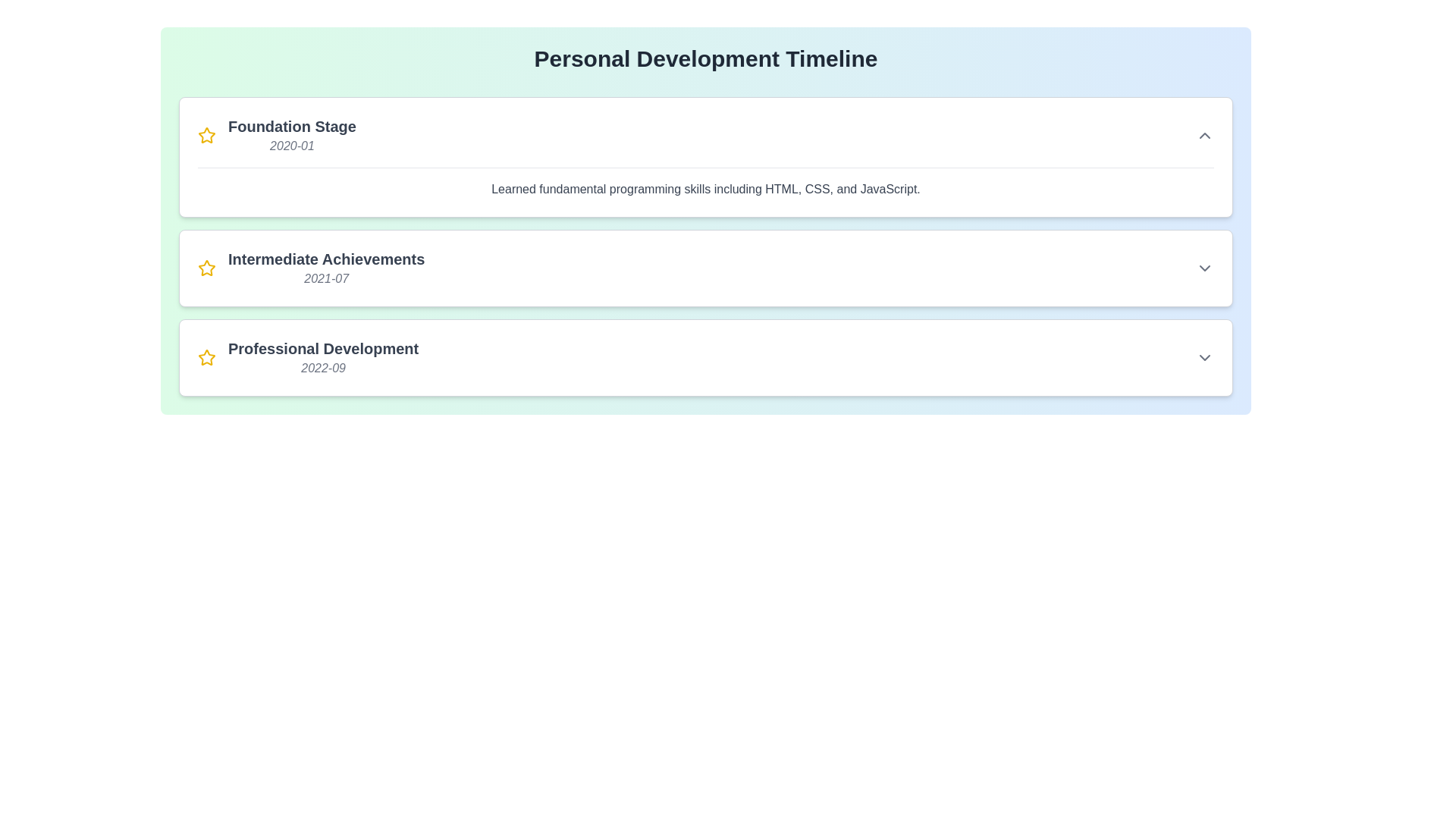 This screenshot has width=1456, height=819. What do you see at coordinates (705, 357) in the screenshot?
I see `the list item titled 'Professional Development' with the date '2022-09'` at bounding box center [705, 357].